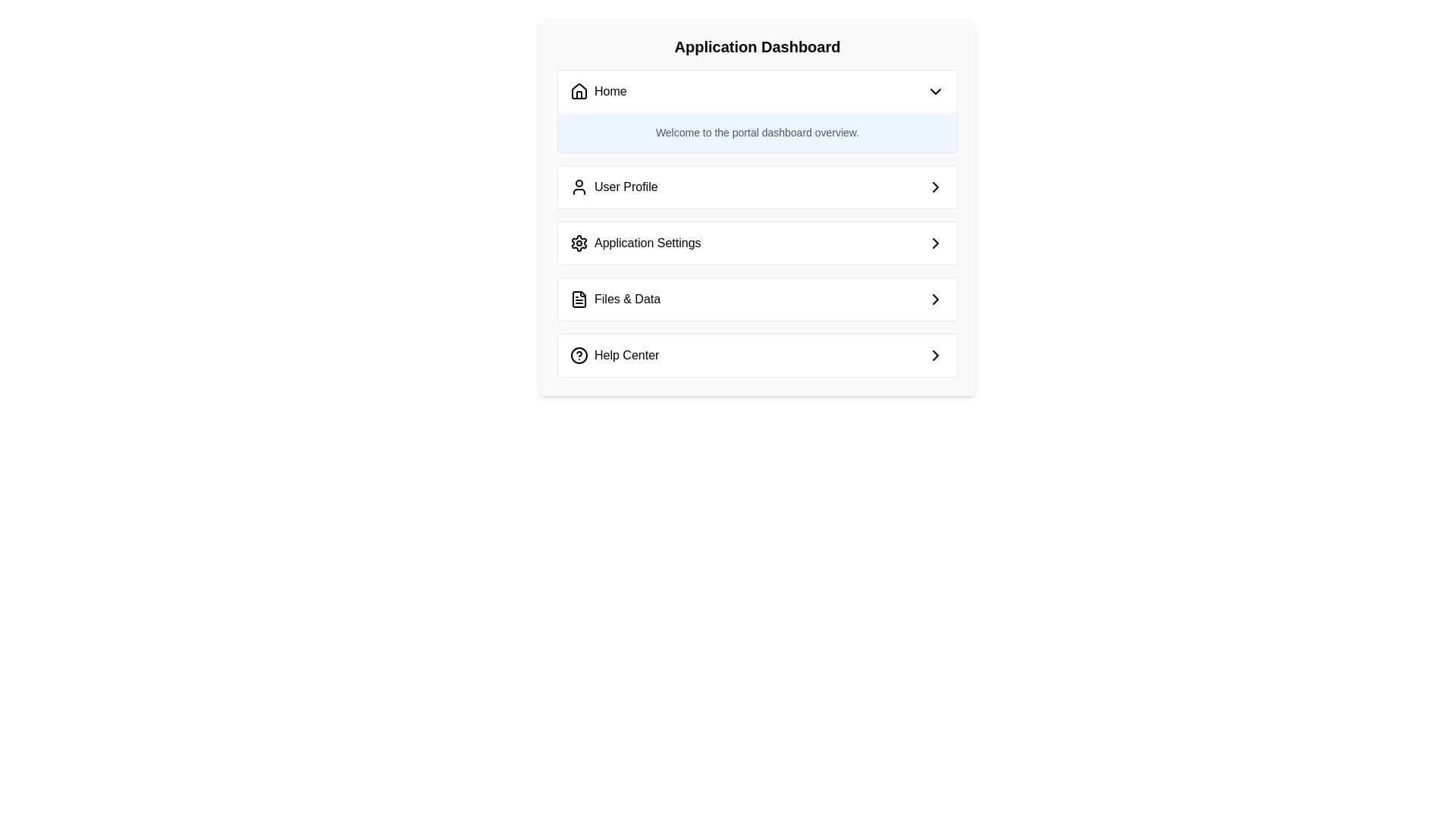 This screenshot has width=1456, height=819. What do you see at coordinates (615, 299) in the screenshot?
I see `the 'Files & Data' menu item, which displays a text label with an icon of a document` at bounding box center [615, 299].